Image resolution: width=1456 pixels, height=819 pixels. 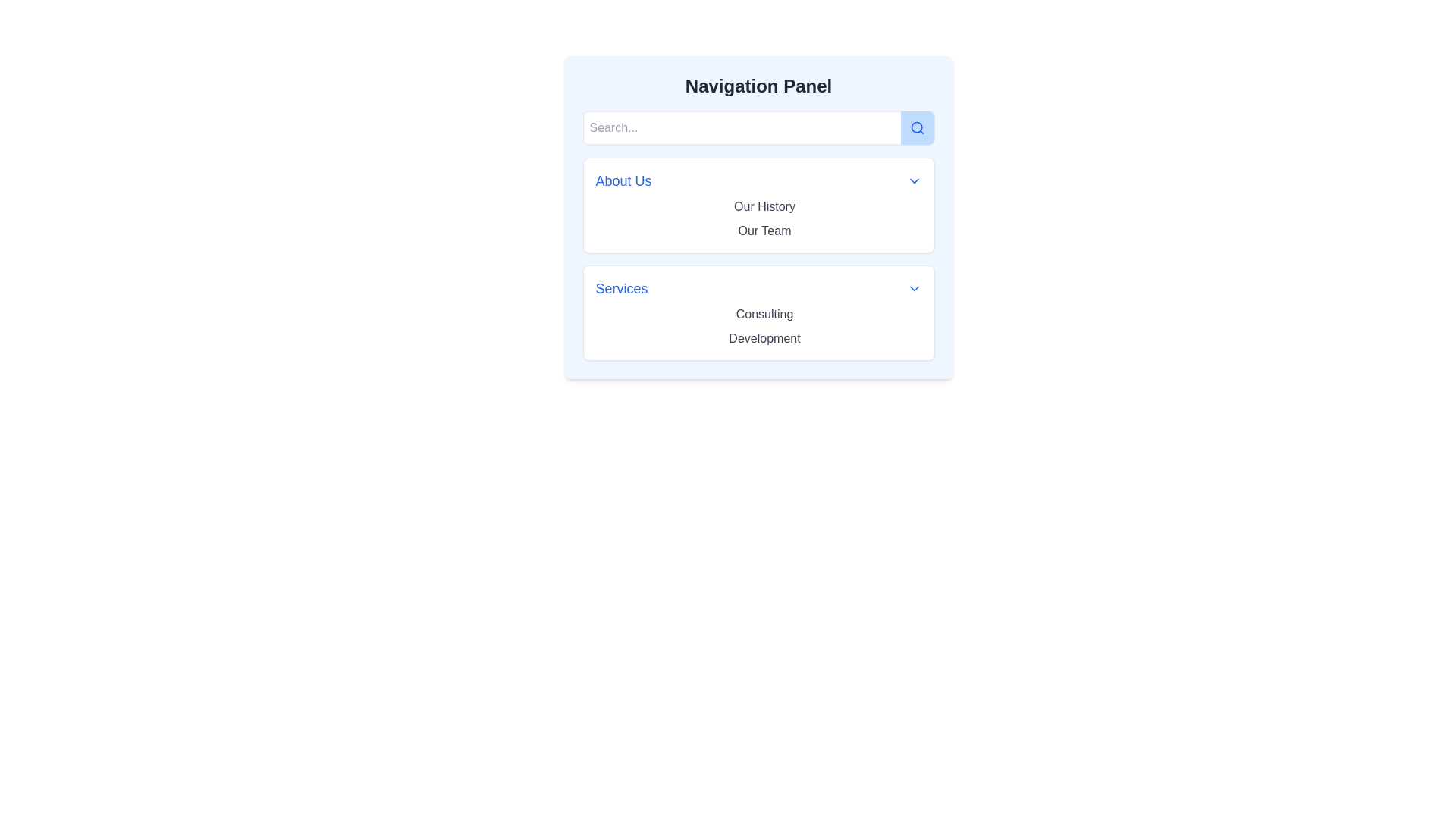 I want to click on the 'Our Team' hyperlink in the navigation panel by, so click(x=764, y=231).